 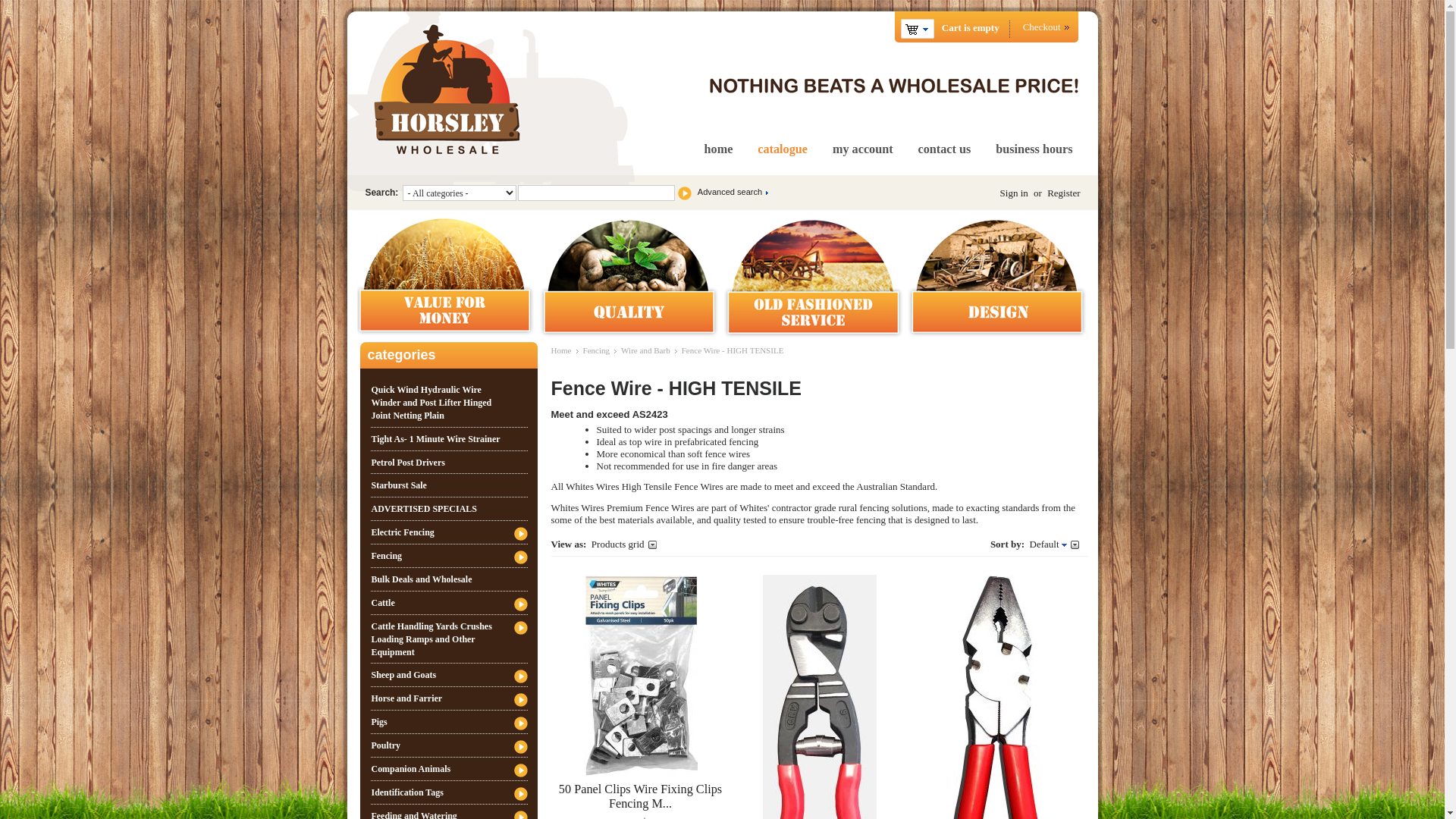 What do you see at coordinates (370, 721) in the screenshot?
I see `'Pigs'` at bounding box center [370, 721].